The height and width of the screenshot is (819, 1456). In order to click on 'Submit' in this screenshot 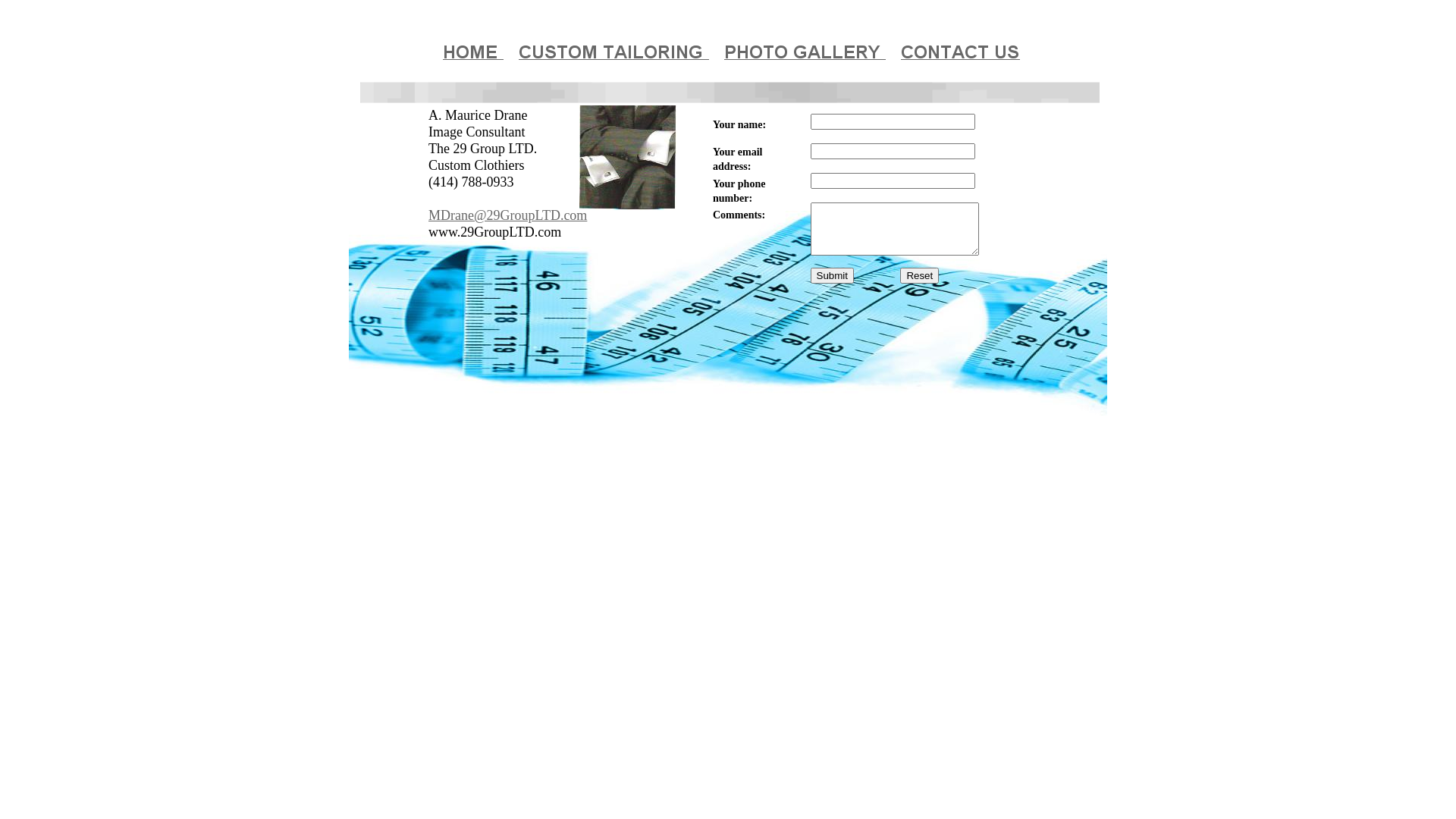, I will do `click(830, 275)`.